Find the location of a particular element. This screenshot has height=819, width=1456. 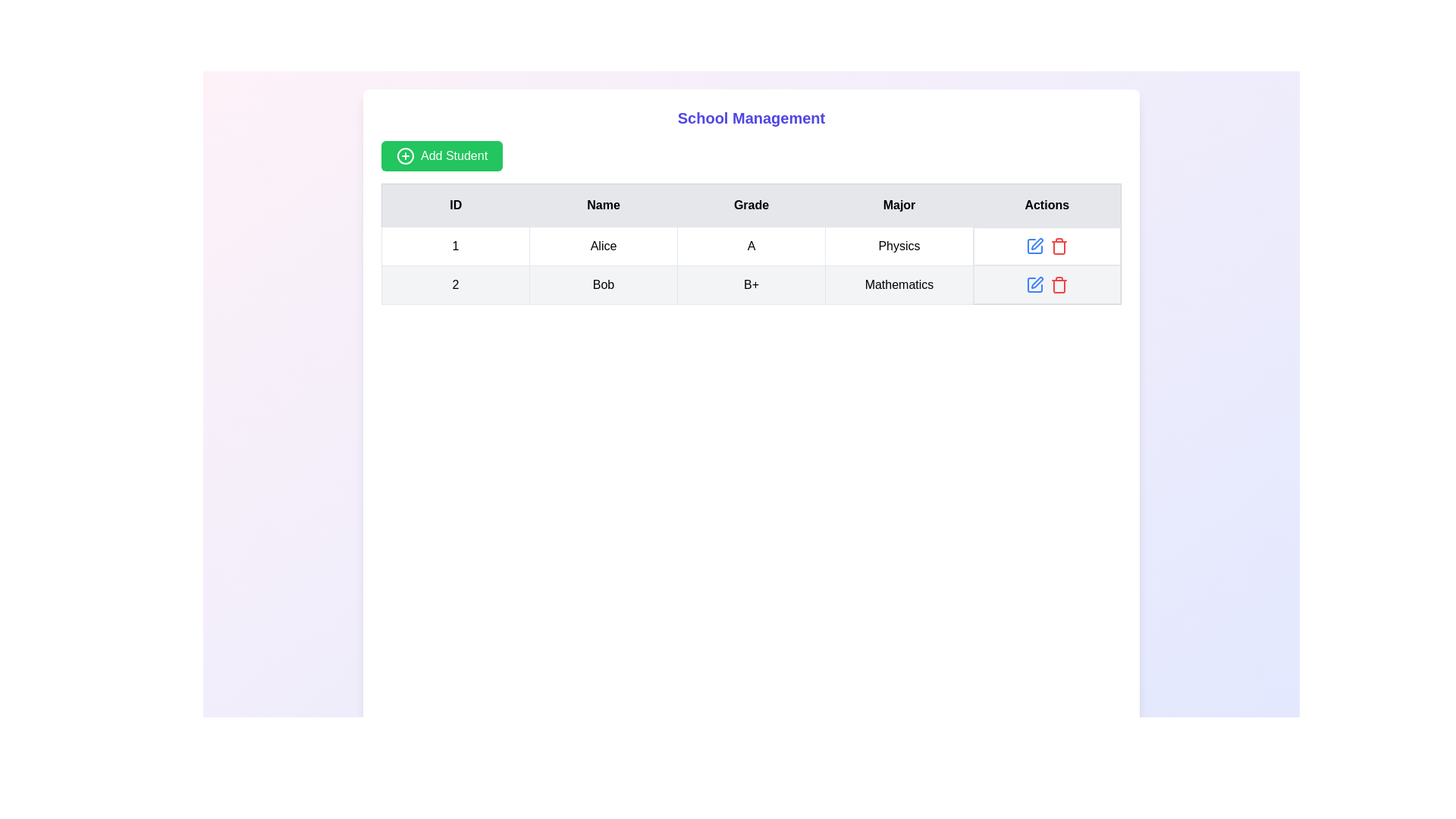

the table cell containing the text '2', which is located in the second row under the 'ID' column is located at coordinates (454, 284).